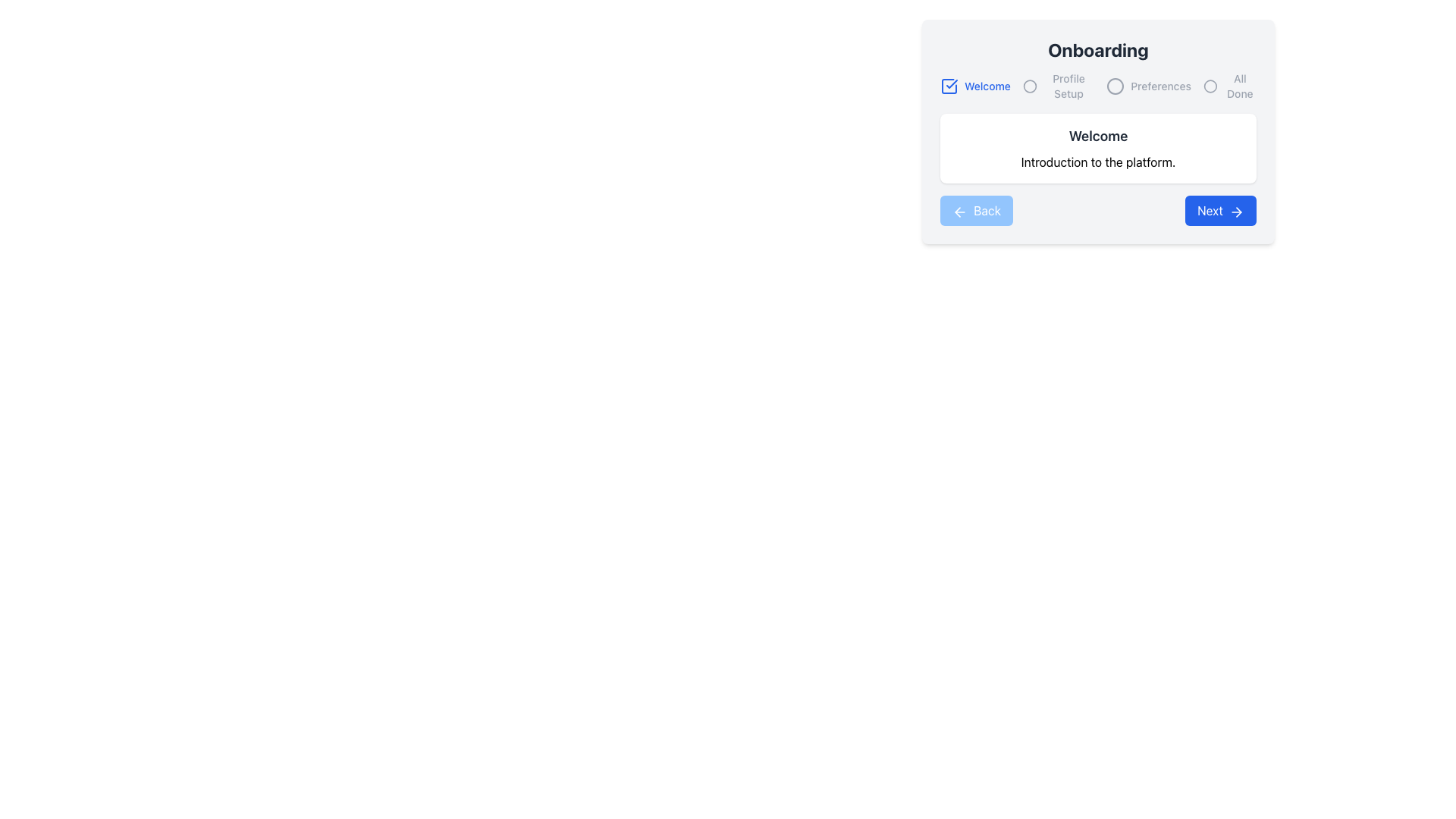 This screenshot has height=819, width=1456. What do you see at coordinates (1160, 86) in the screenshot?
I see `the third step label in the onboarding process, which is located to the right of the 'Profile Setup' icon and text, indicating the current or upcoming step` at bounding box center [1160, 86].